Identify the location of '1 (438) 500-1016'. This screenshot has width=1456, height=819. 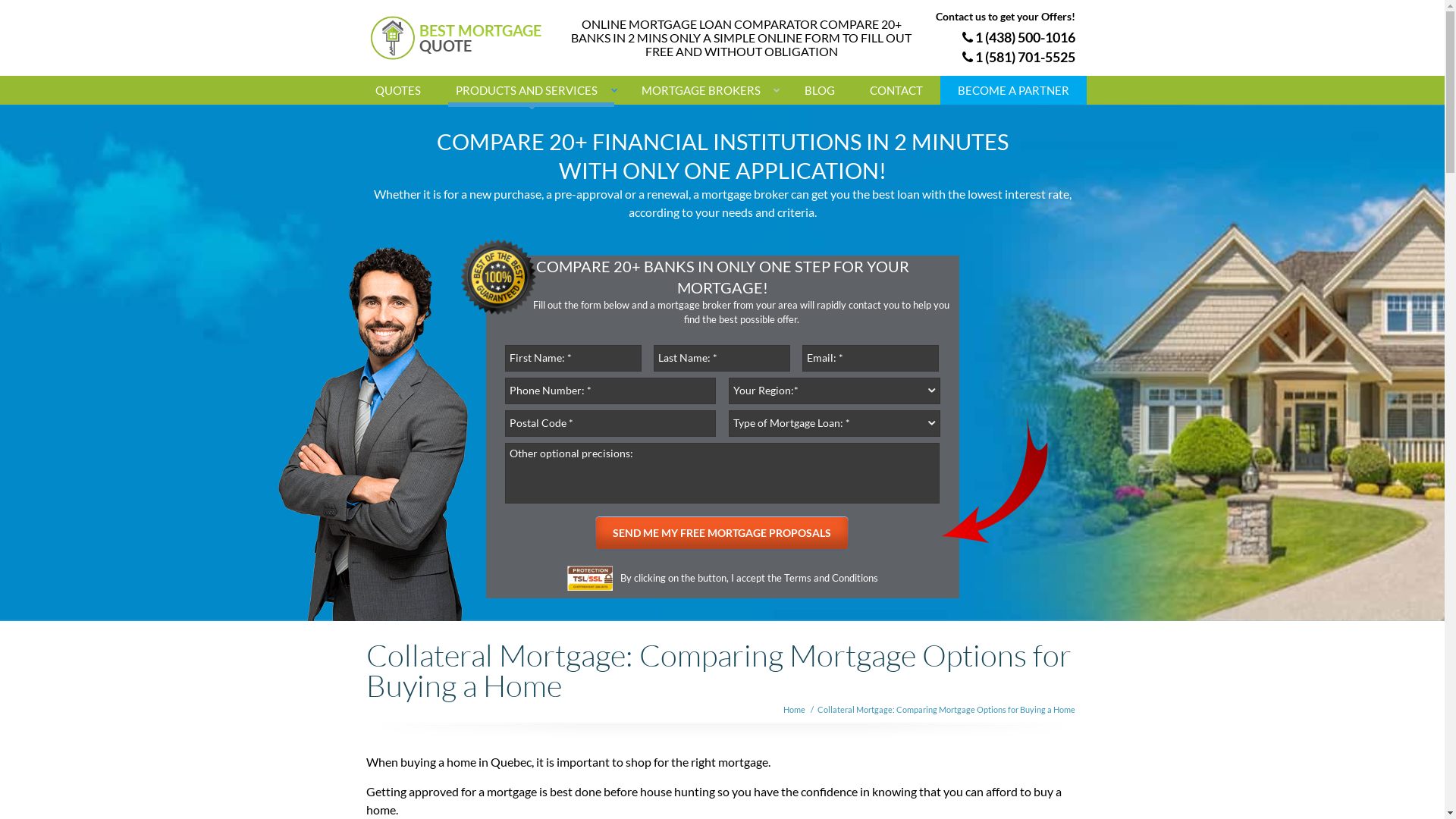
(1018, 36).